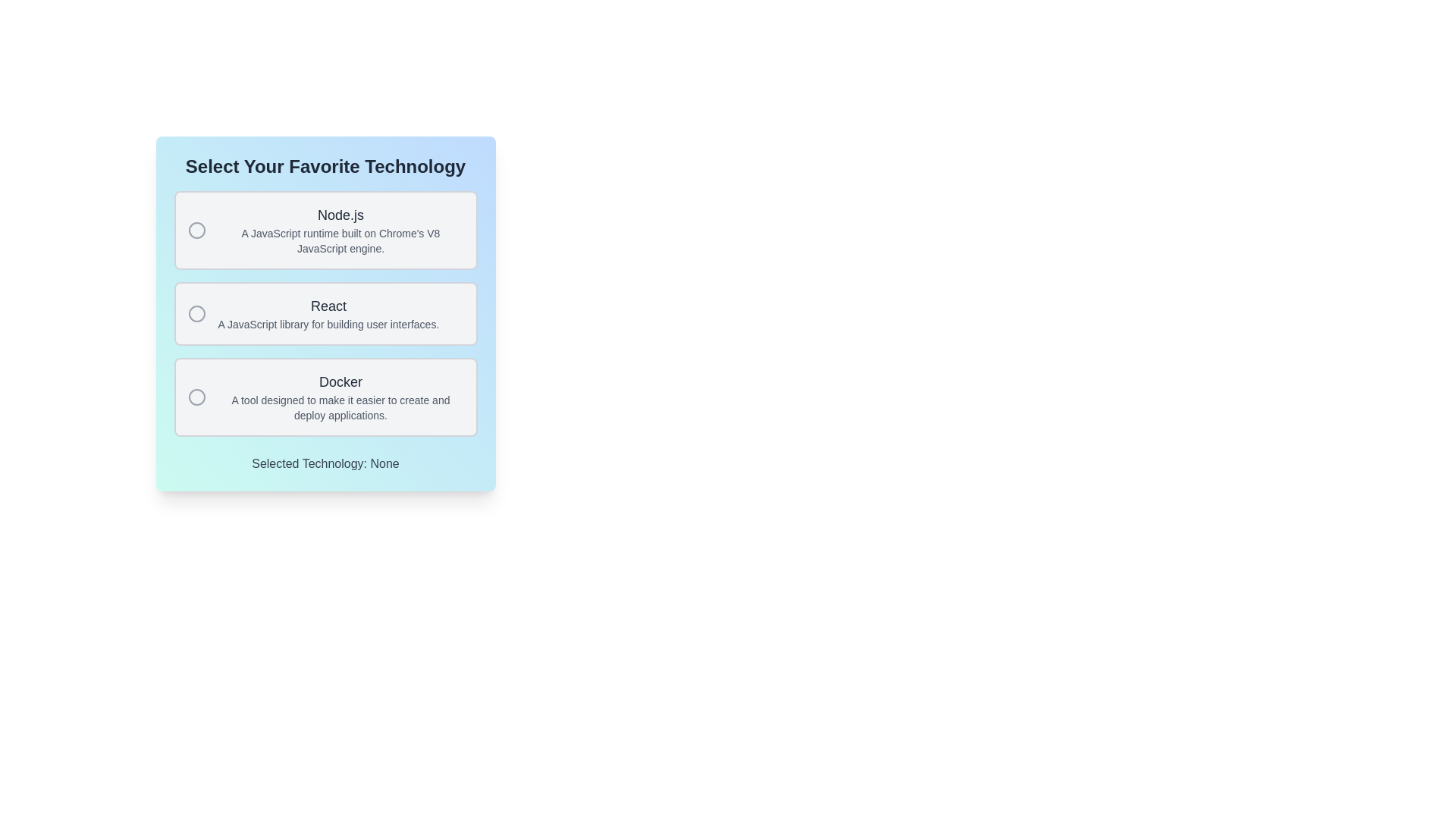 The width and height of the screenshot is (1456, 819). What do you see at coordinates (325, 397) in the screenshot?
I see `the 'Docker' selectable list item` at bounding box center [325, 397].